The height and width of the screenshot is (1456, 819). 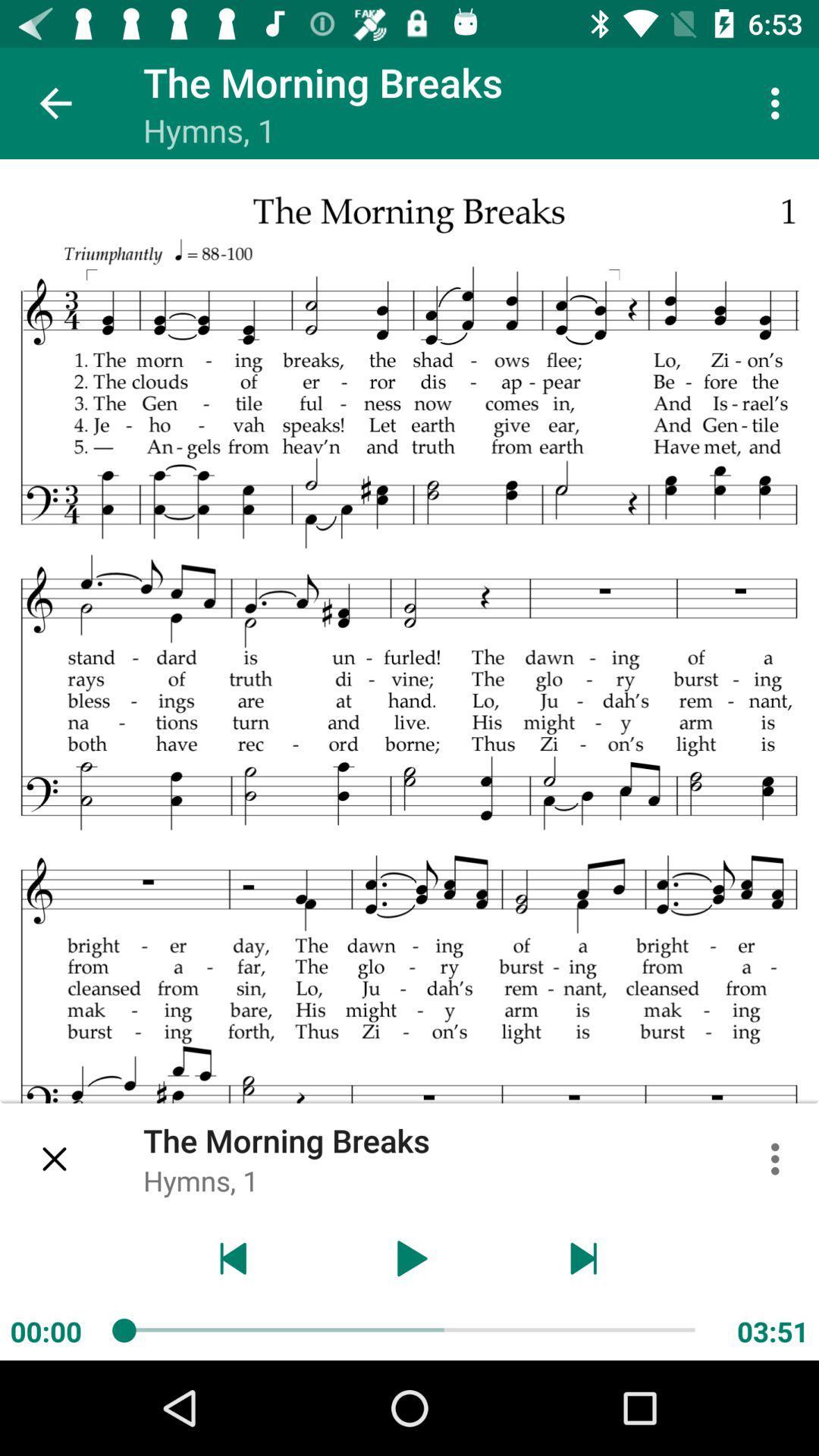 What do you see at coordinates (234, 1258) in the screenshot?
I see `back` at bounding box center [234, 1258].